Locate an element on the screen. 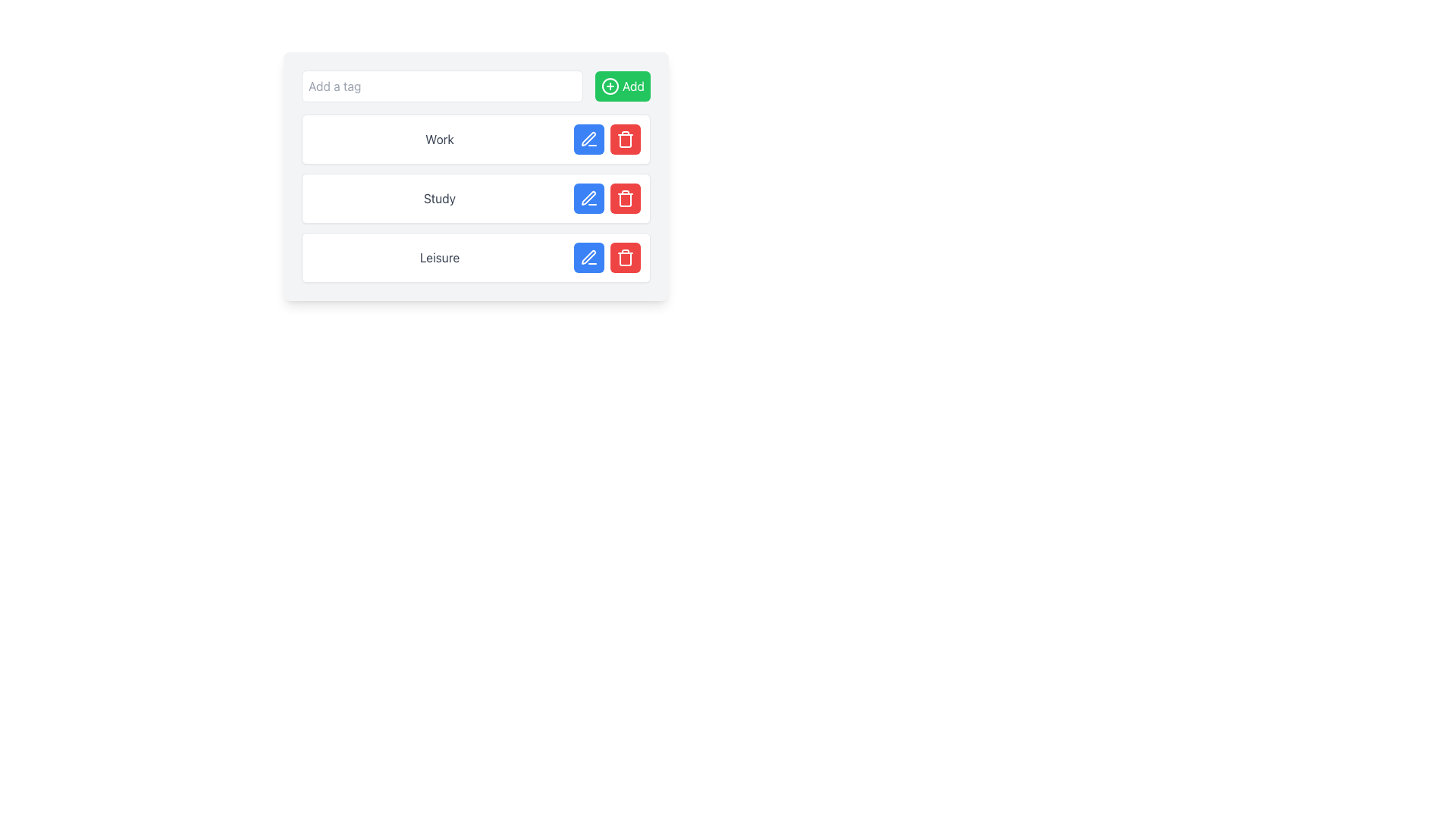 This screenshot has width=1456, height=819. the second blue button with a white pen icon located in the 'Study' section is located at coordinates (588, 198).